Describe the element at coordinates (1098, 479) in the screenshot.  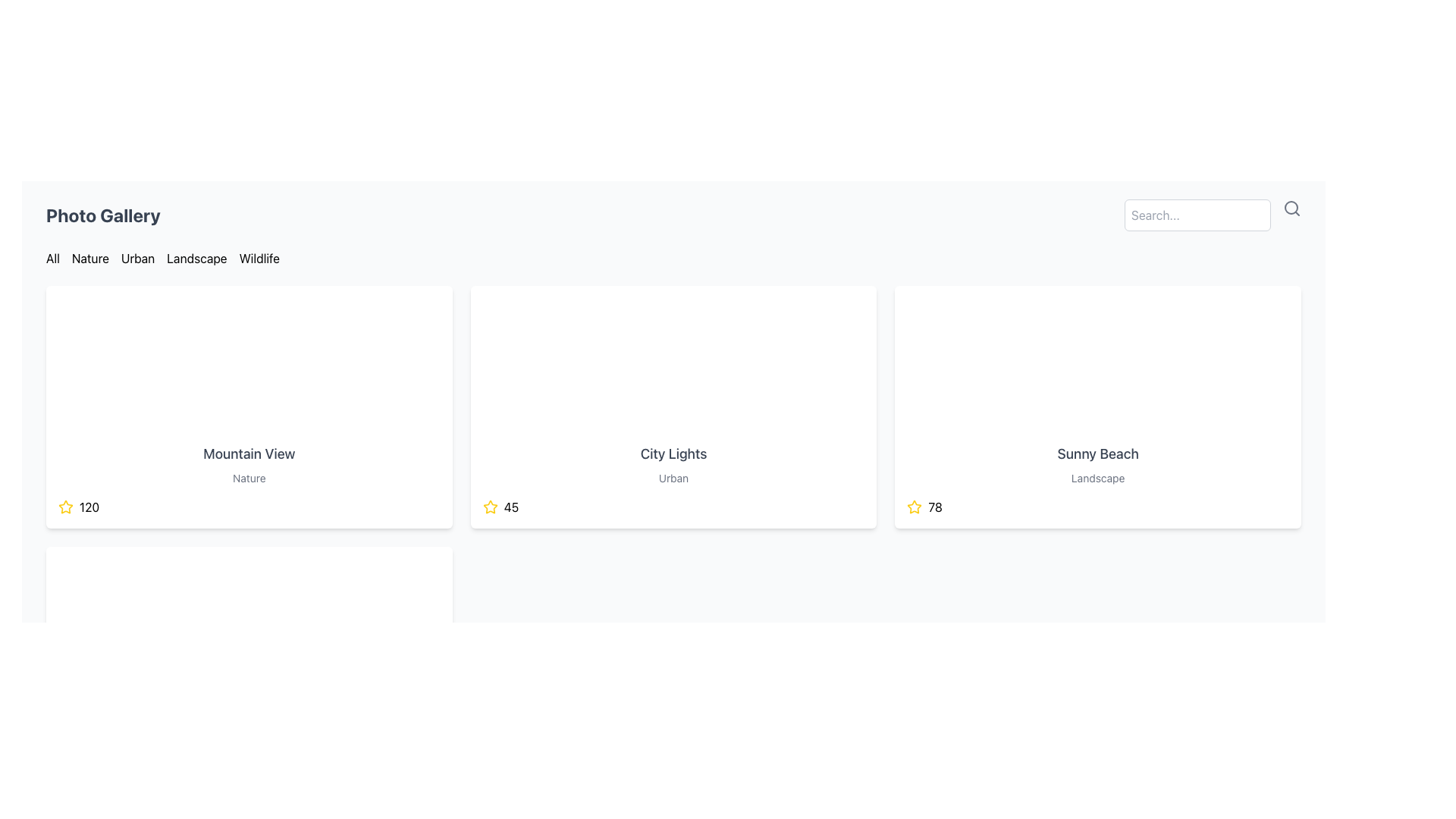
I see `the text display element that provides information about a photo or location, which includes its title, category, and rating, located in the lower section of the third card in a horizontally arranged grid` at that location.